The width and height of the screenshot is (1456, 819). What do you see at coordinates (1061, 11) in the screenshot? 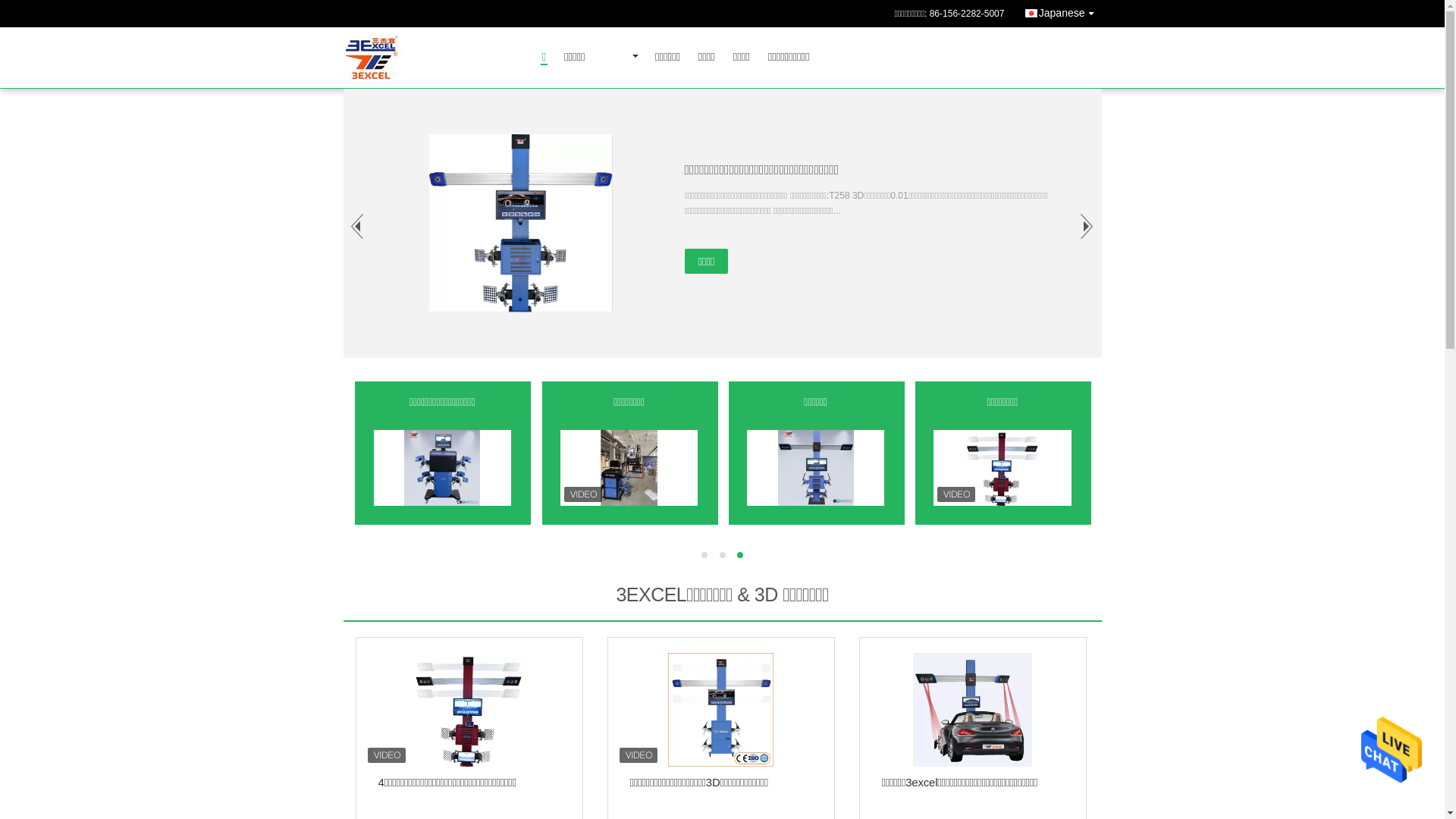
I see `'Japanese'` at bounding box center [1061, 11].